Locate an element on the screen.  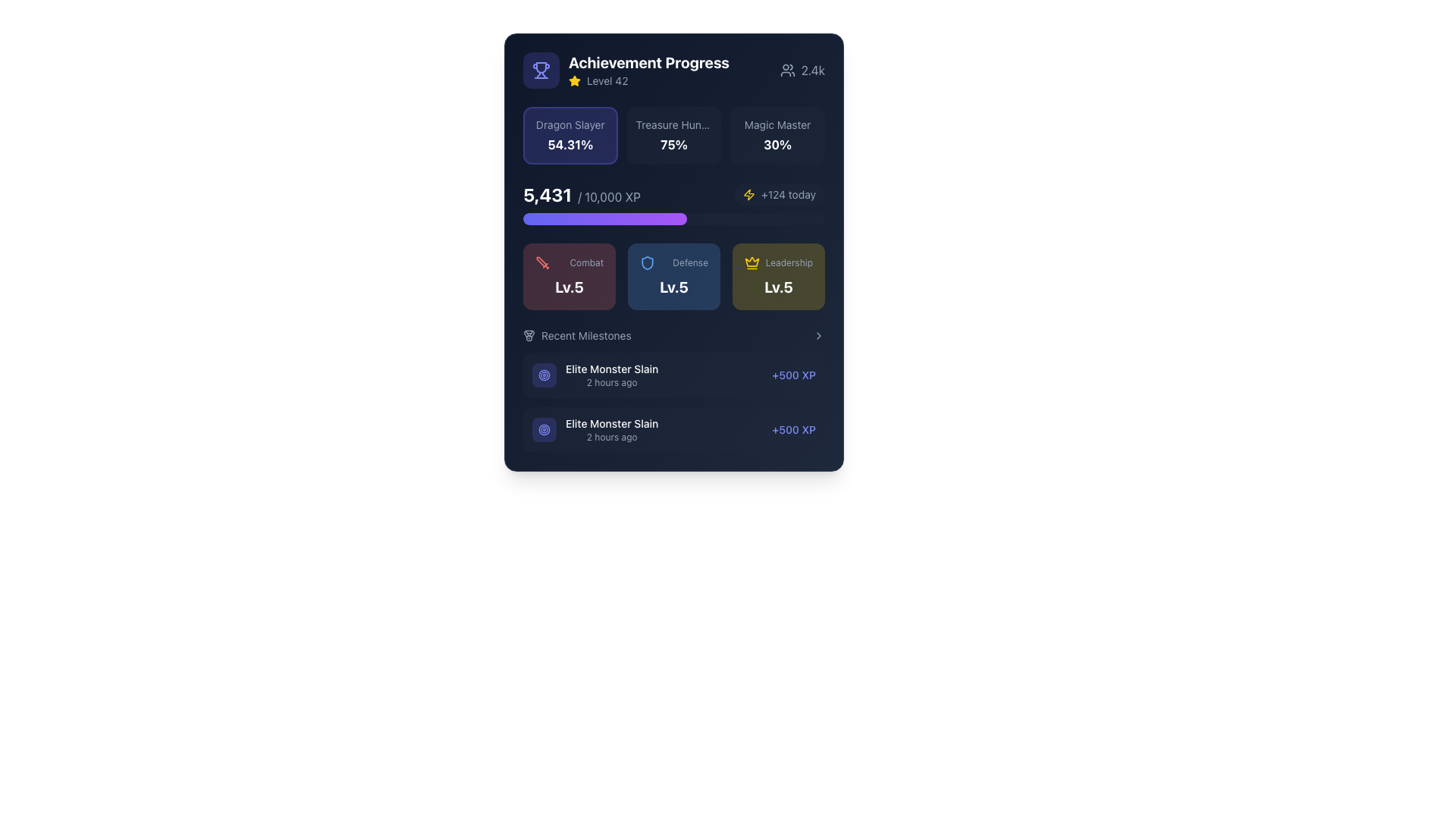
the yellow crown icon representing leadership achievement, located above the 'Lv.5' text is located at coordinates (752, 261).